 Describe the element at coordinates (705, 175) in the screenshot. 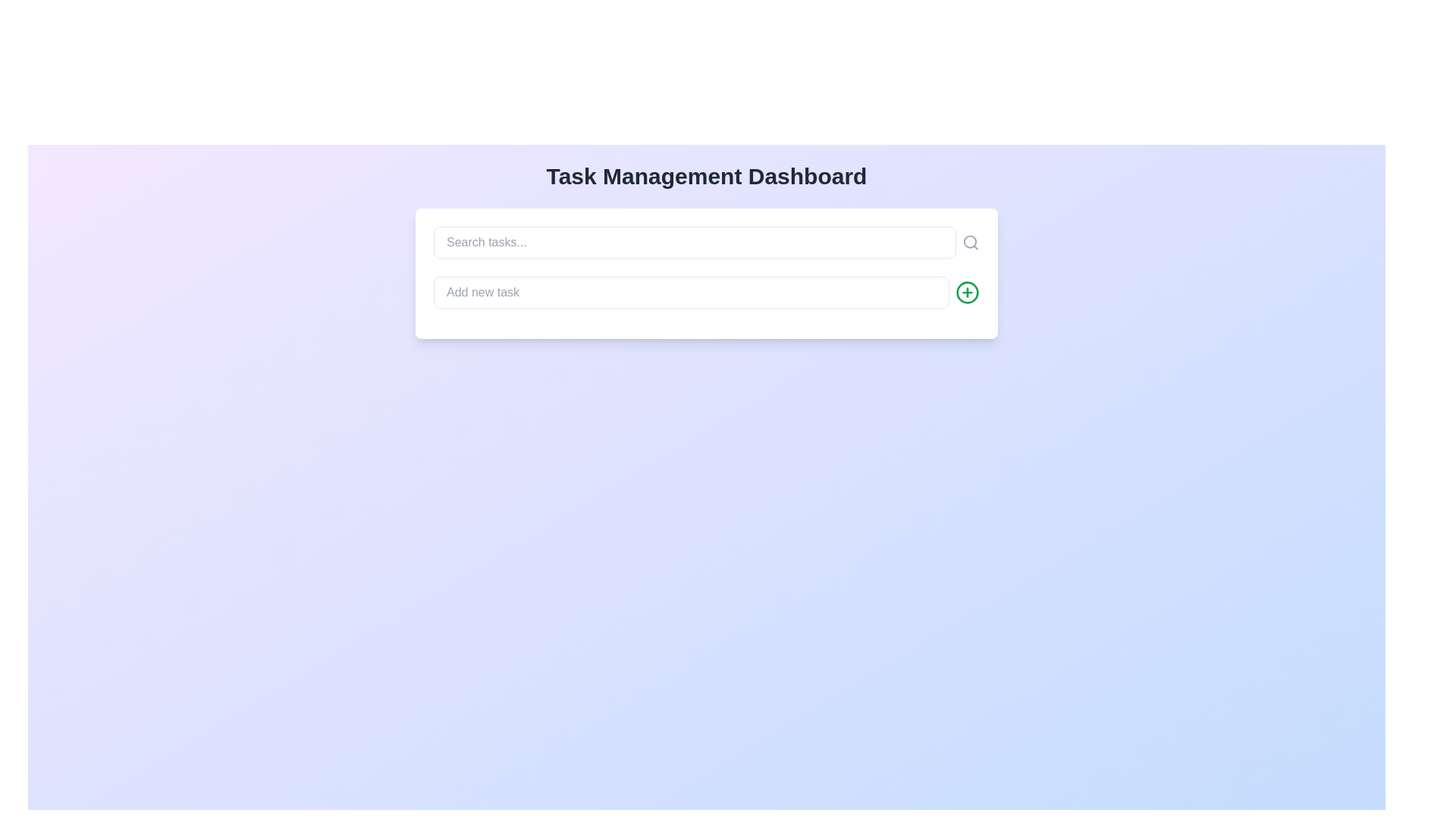

I see `the Text Header titled 'Task Management Dashboard', which is styled with a bold font and located at the top of the interface` at that location.